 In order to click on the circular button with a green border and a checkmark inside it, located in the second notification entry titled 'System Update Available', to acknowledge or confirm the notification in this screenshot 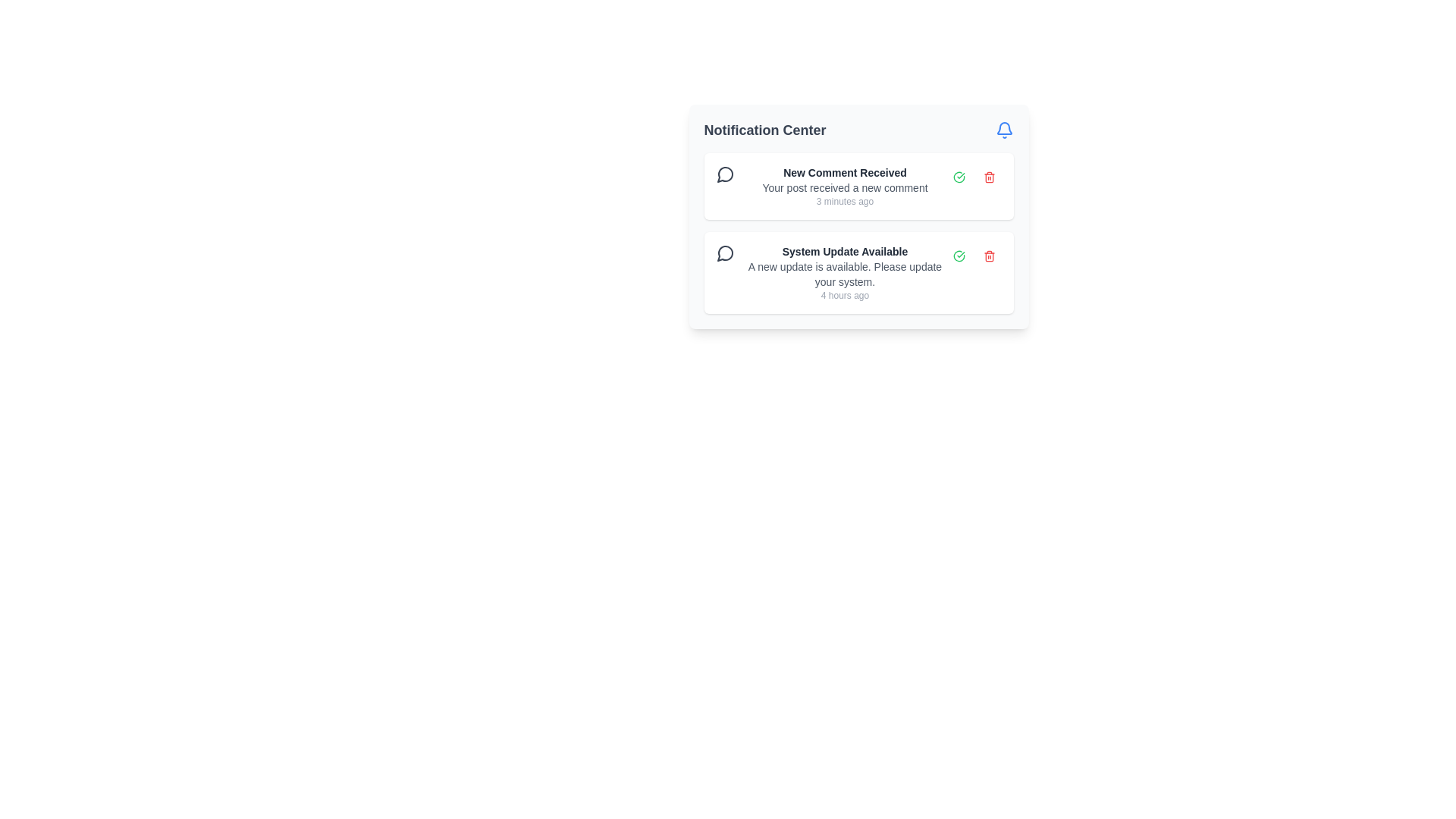, I will do `click(958, 256)`.